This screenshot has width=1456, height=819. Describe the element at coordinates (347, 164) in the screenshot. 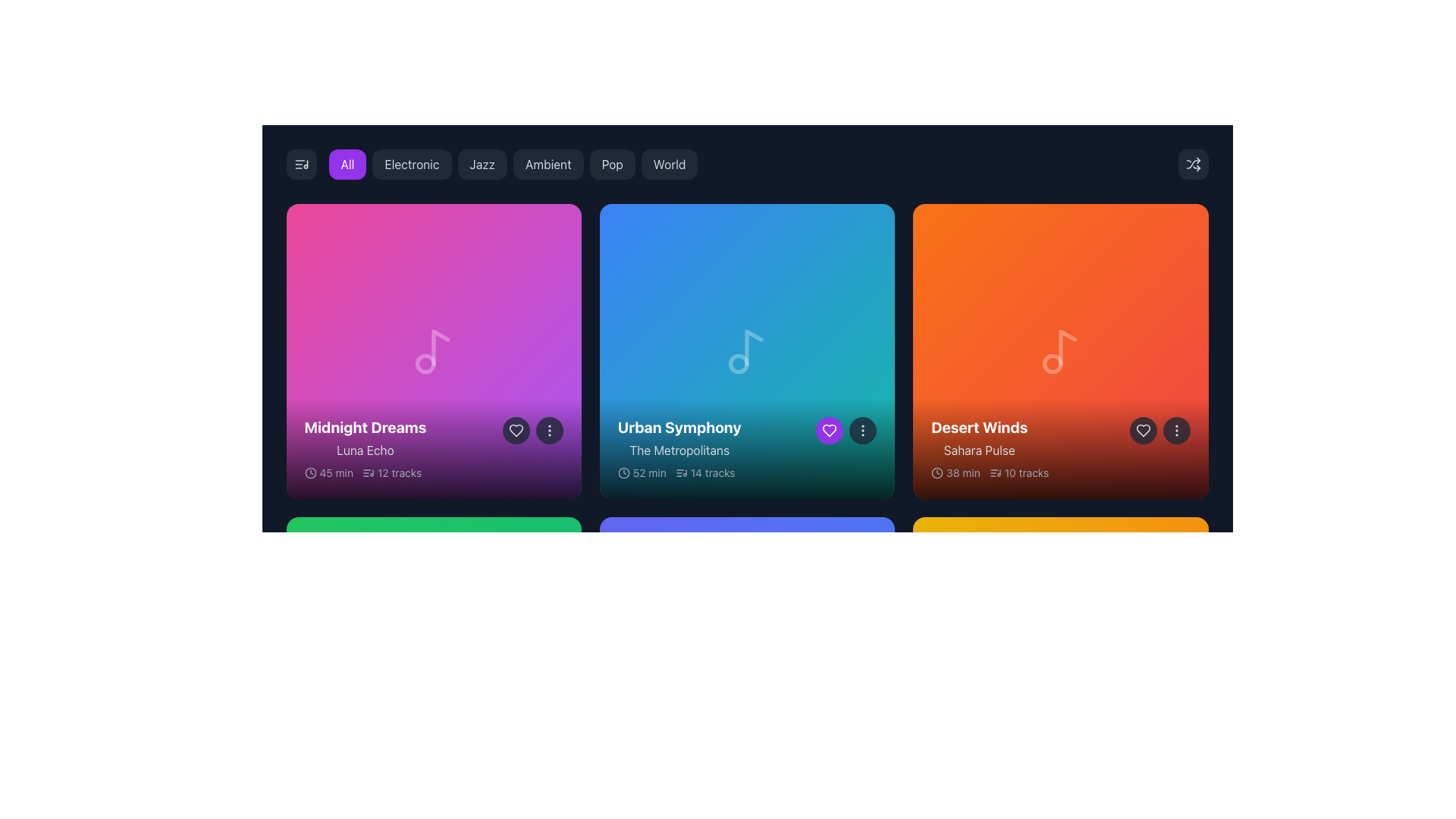

I see `the rectangular button labeled 'All' with a purple background` at that location.